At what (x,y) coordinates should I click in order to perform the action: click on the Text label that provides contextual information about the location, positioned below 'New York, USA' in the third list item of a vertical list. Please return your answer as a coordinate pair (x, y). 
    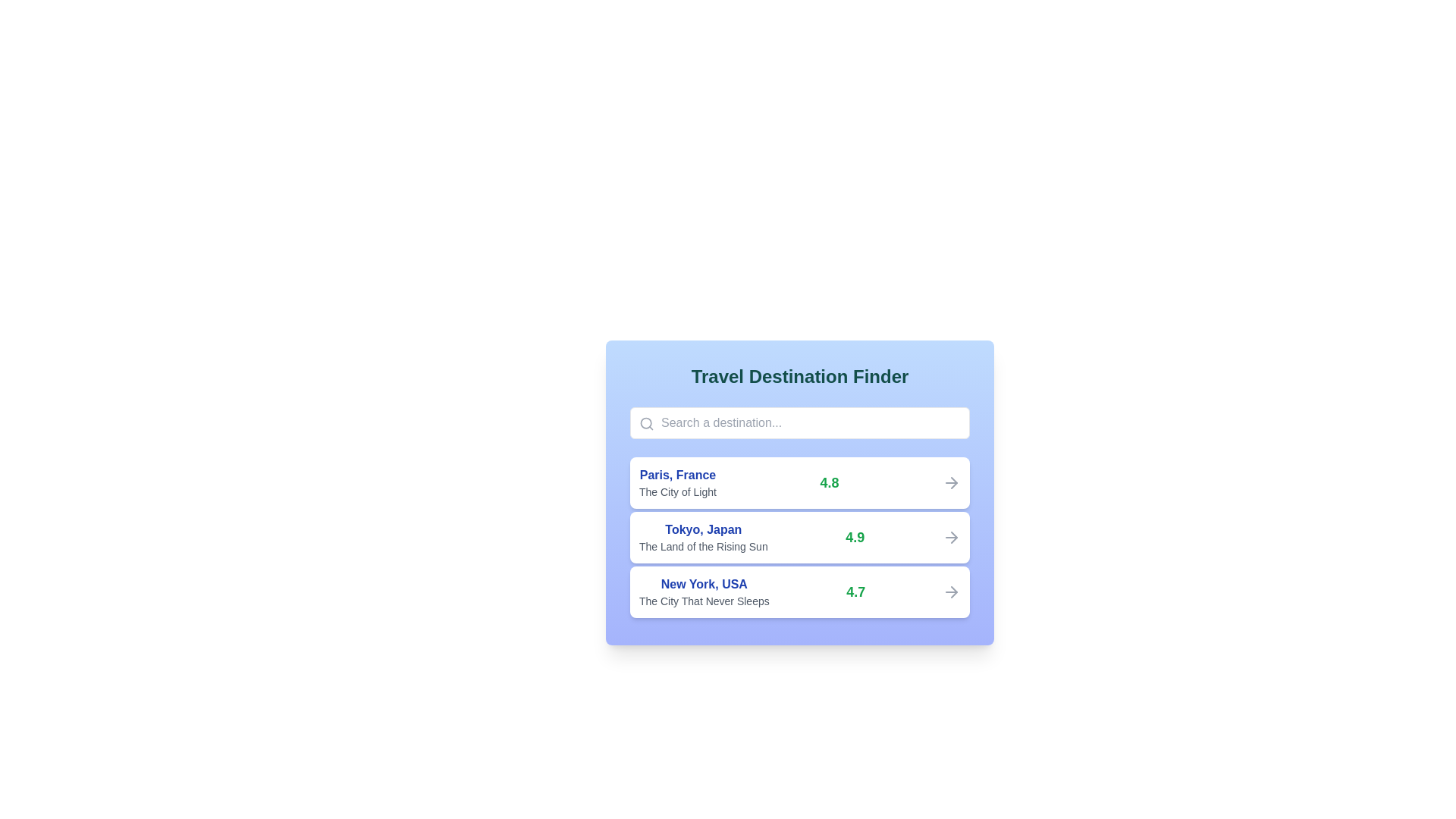
    Looking at the image, I should click on (703, 601).